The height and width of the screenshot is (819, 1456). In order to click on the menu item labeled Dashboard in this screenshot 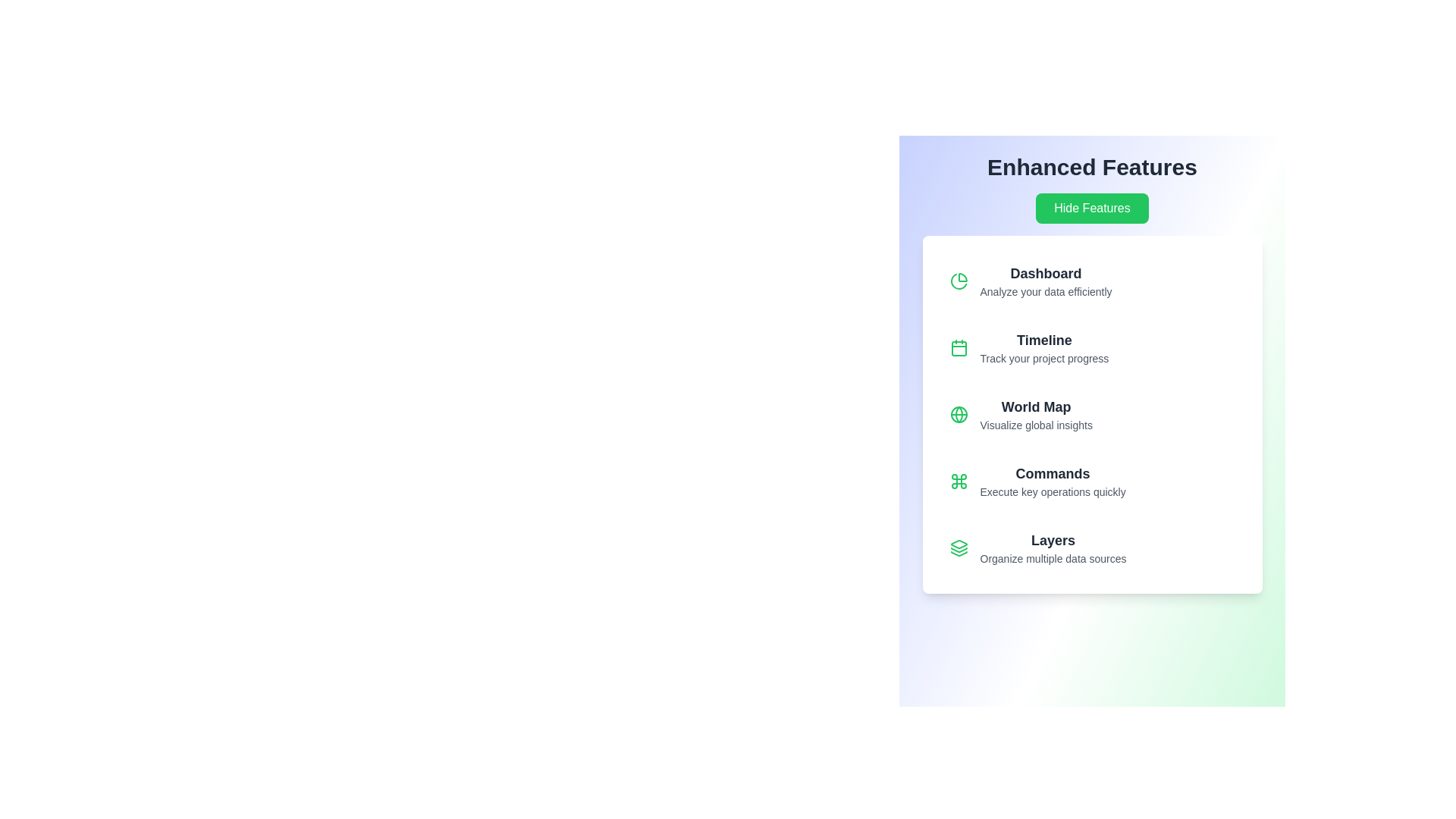, I will do `click(1092, 281)`.